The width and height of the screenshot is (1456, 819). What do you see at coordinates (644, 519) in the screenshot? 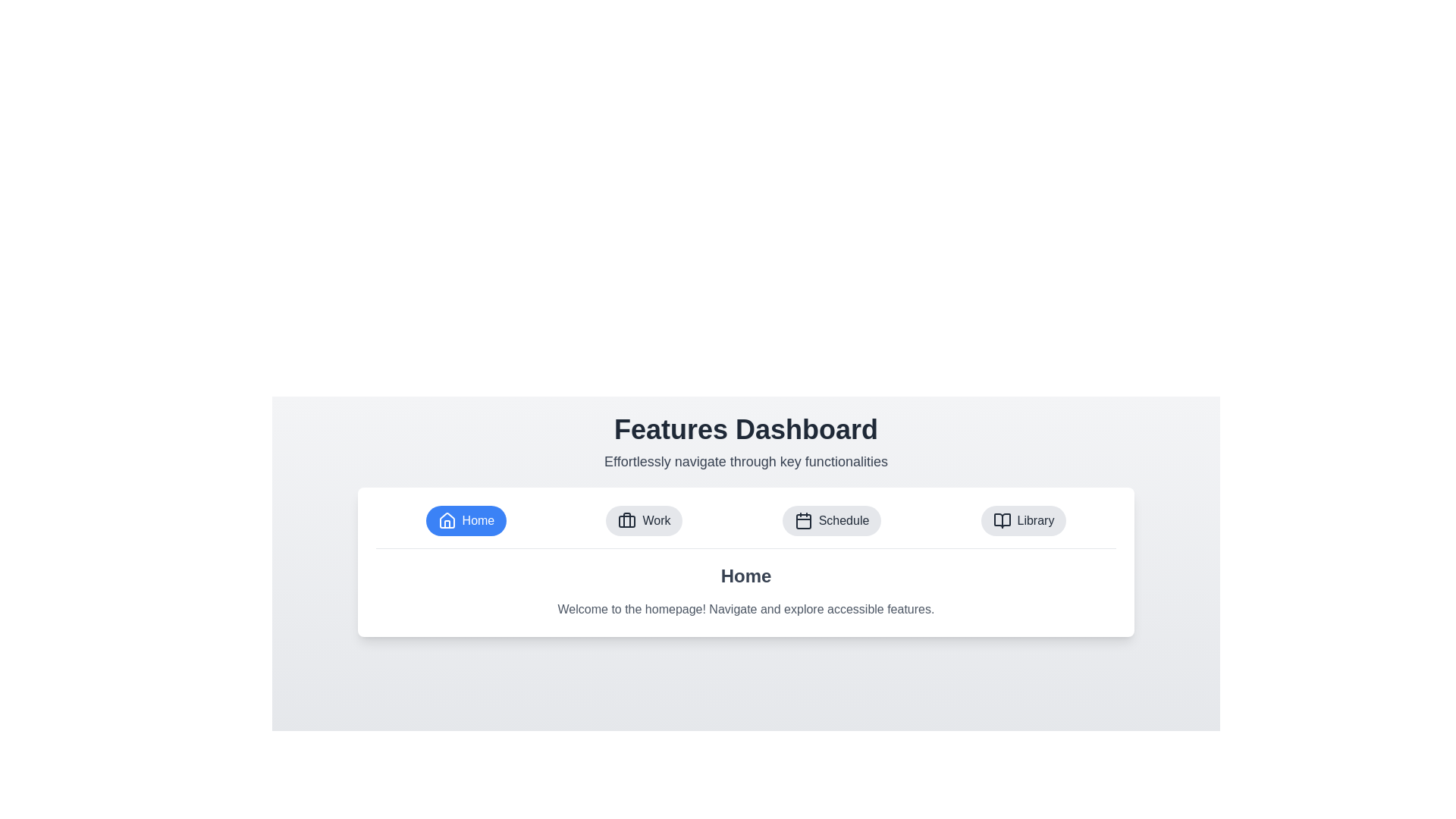
I see `the Work tab to observe its visual feedback` at bounding box center [644, 519].